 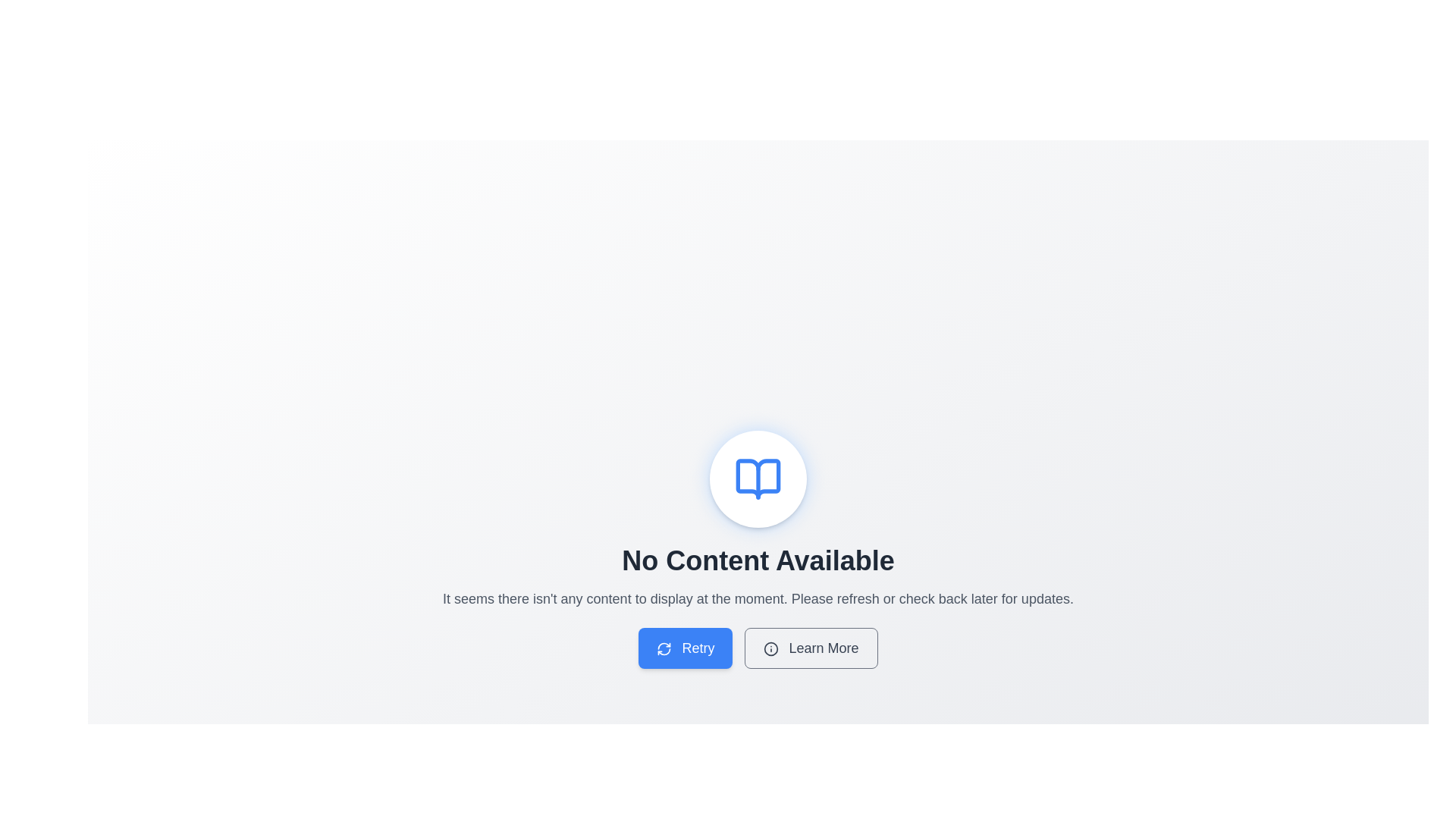 I want to click on the 'Retry' button located below the 'No Content Available' text, which is on the bottom left of the two options, adjacent to the 'Learn More' button, so click(x=664, y=648).